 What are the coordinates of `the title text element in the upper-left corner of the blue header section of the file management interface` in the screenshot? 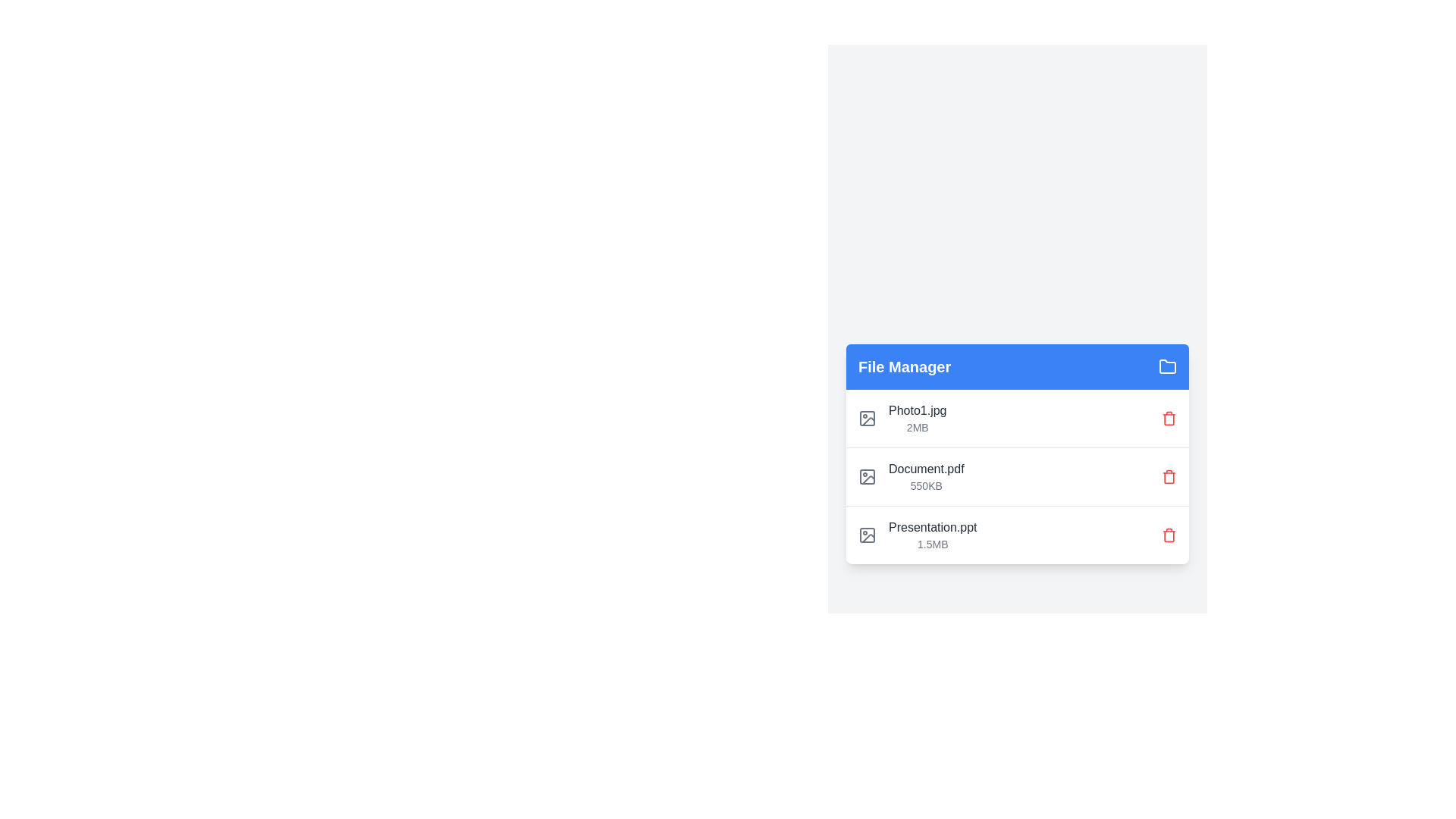 It's located at (905, 366).